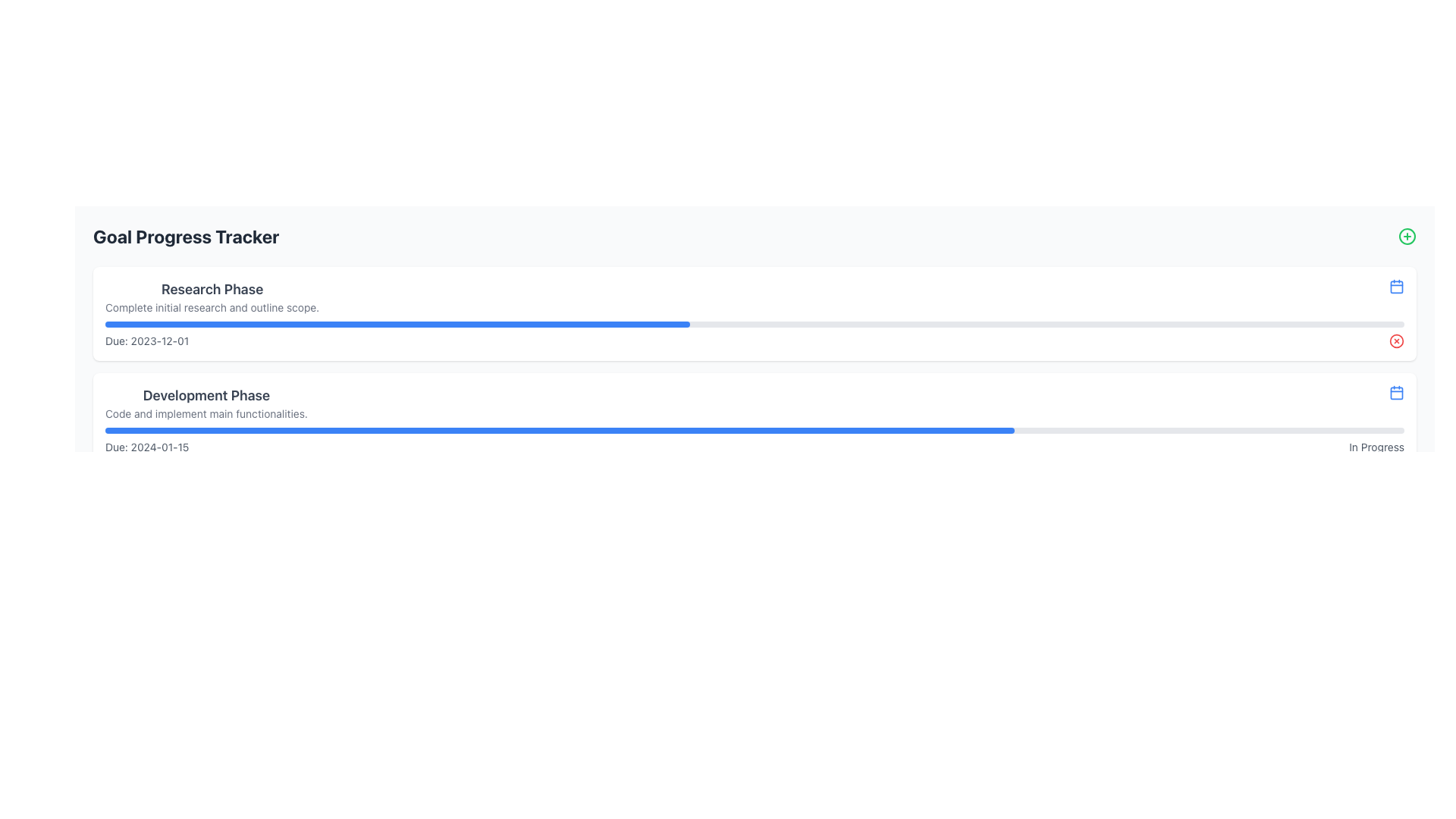  I want to click on the calendar icon located at the top-right corner of the 'Research Phase' section, so click(1396, 287).